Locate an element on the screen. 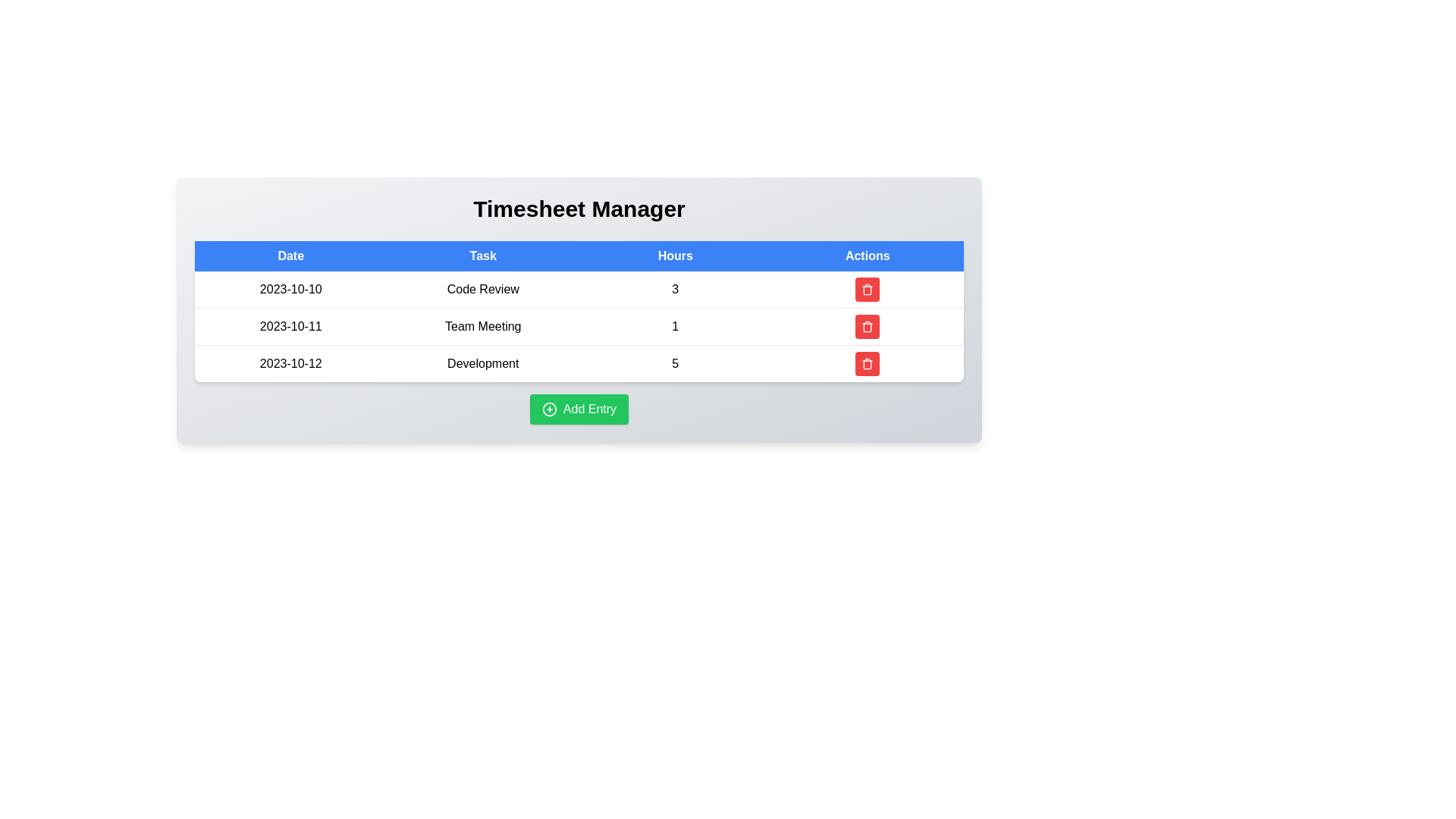  the 'Add New Entry' button located at the bottom center of the 'Timesheet Manager' card is located at coordinates (578, 409).